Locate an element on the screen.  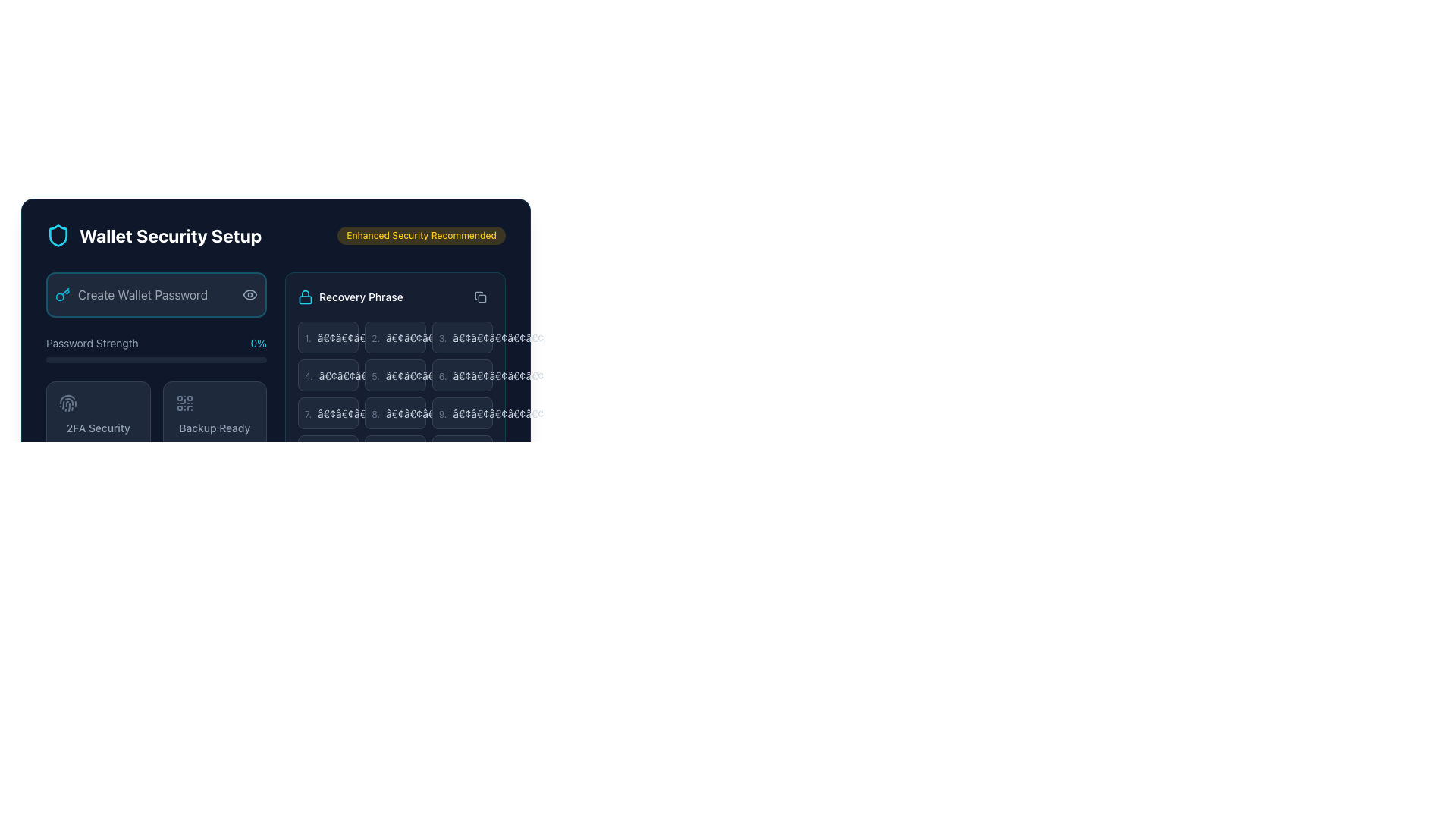
the static text element in the sixth row of the 'Recovery Phrase' list is located at coordinates (498, 375).